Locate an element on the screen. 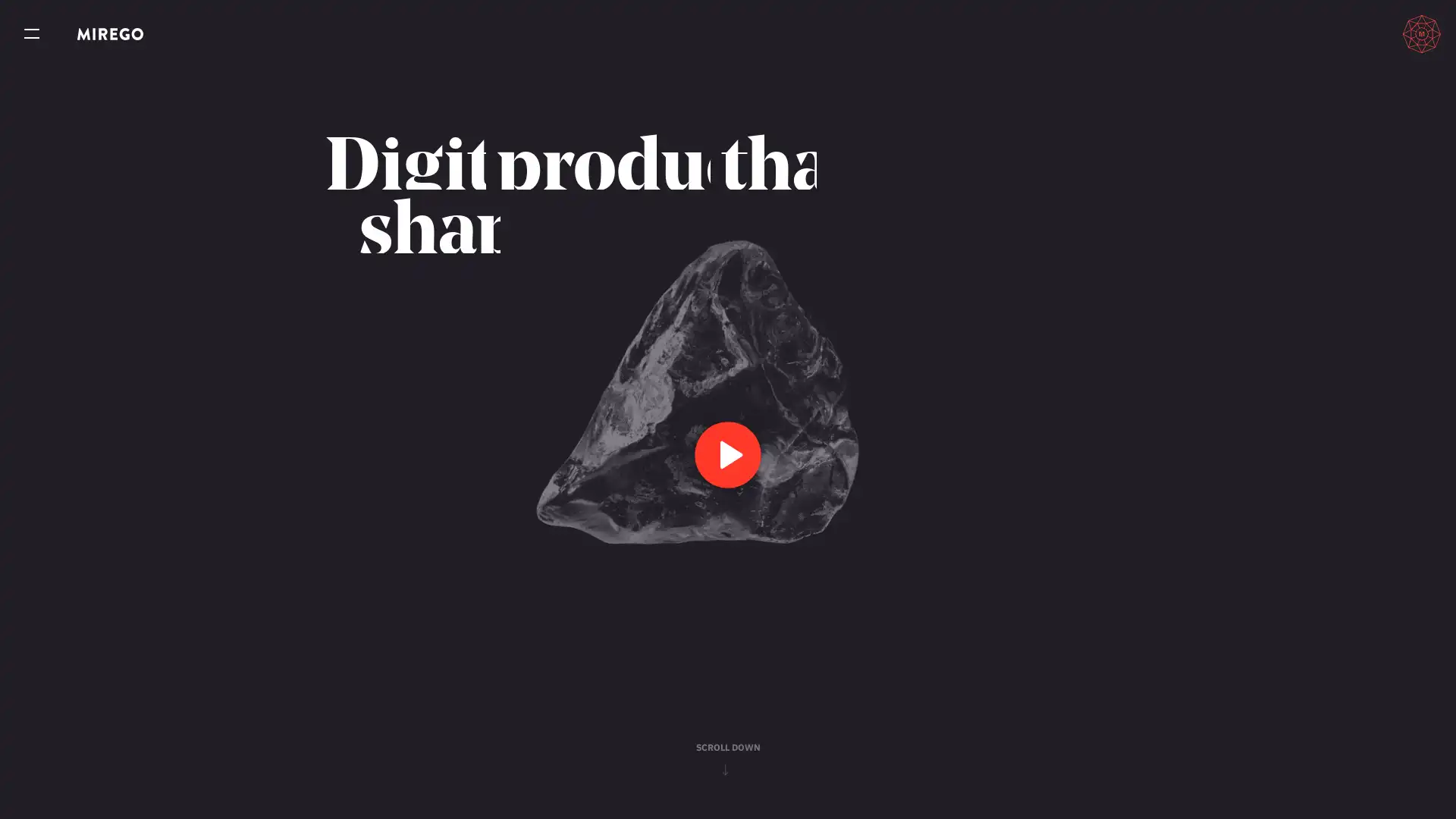 The width and height of the screenshot is (1456, 819). See navigation is located at coordinates (32, 34).